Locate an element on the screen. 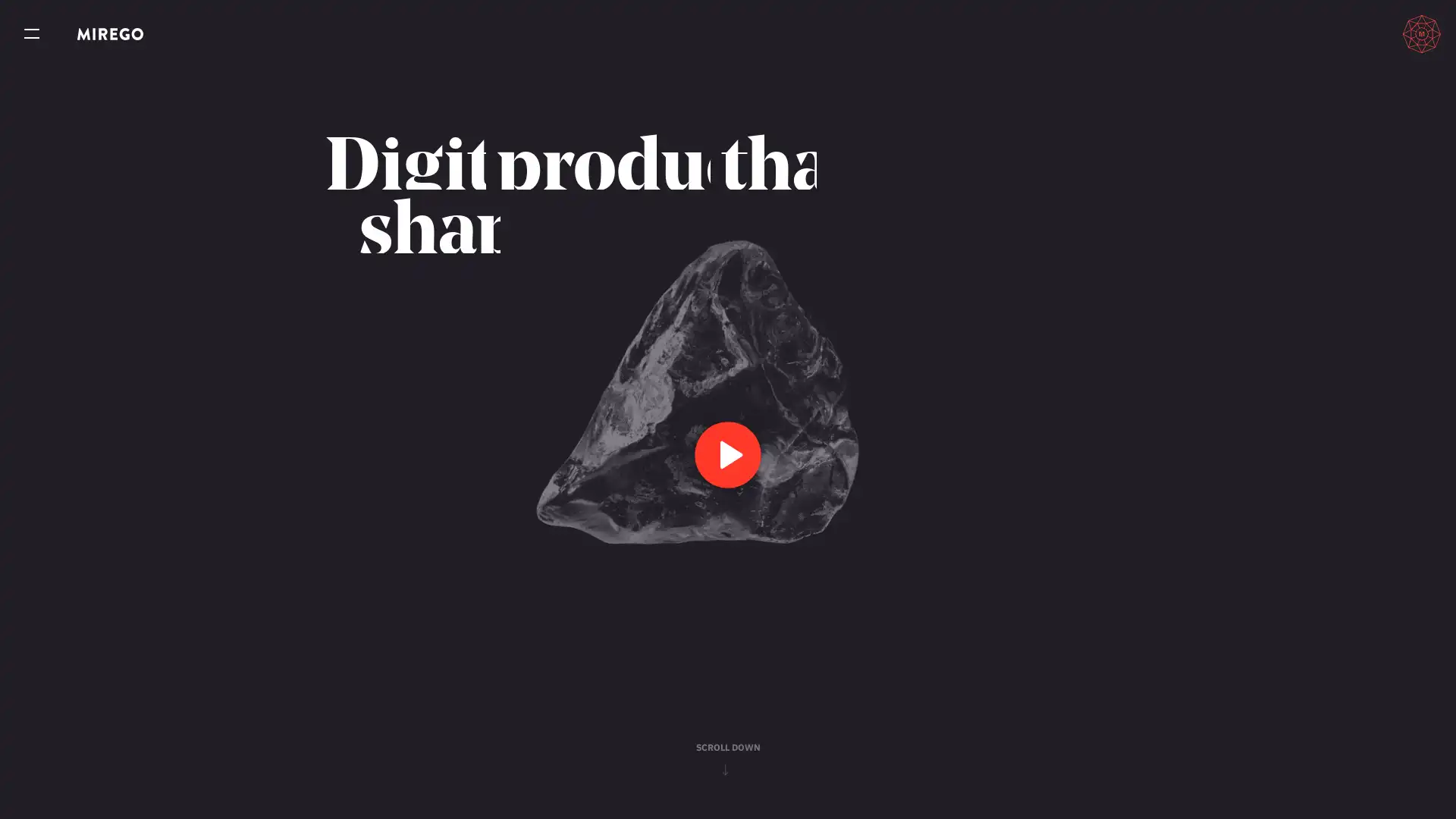 The width and height of the screenshot is (1456, 819). See navigation is located at coordinates (32, 34).